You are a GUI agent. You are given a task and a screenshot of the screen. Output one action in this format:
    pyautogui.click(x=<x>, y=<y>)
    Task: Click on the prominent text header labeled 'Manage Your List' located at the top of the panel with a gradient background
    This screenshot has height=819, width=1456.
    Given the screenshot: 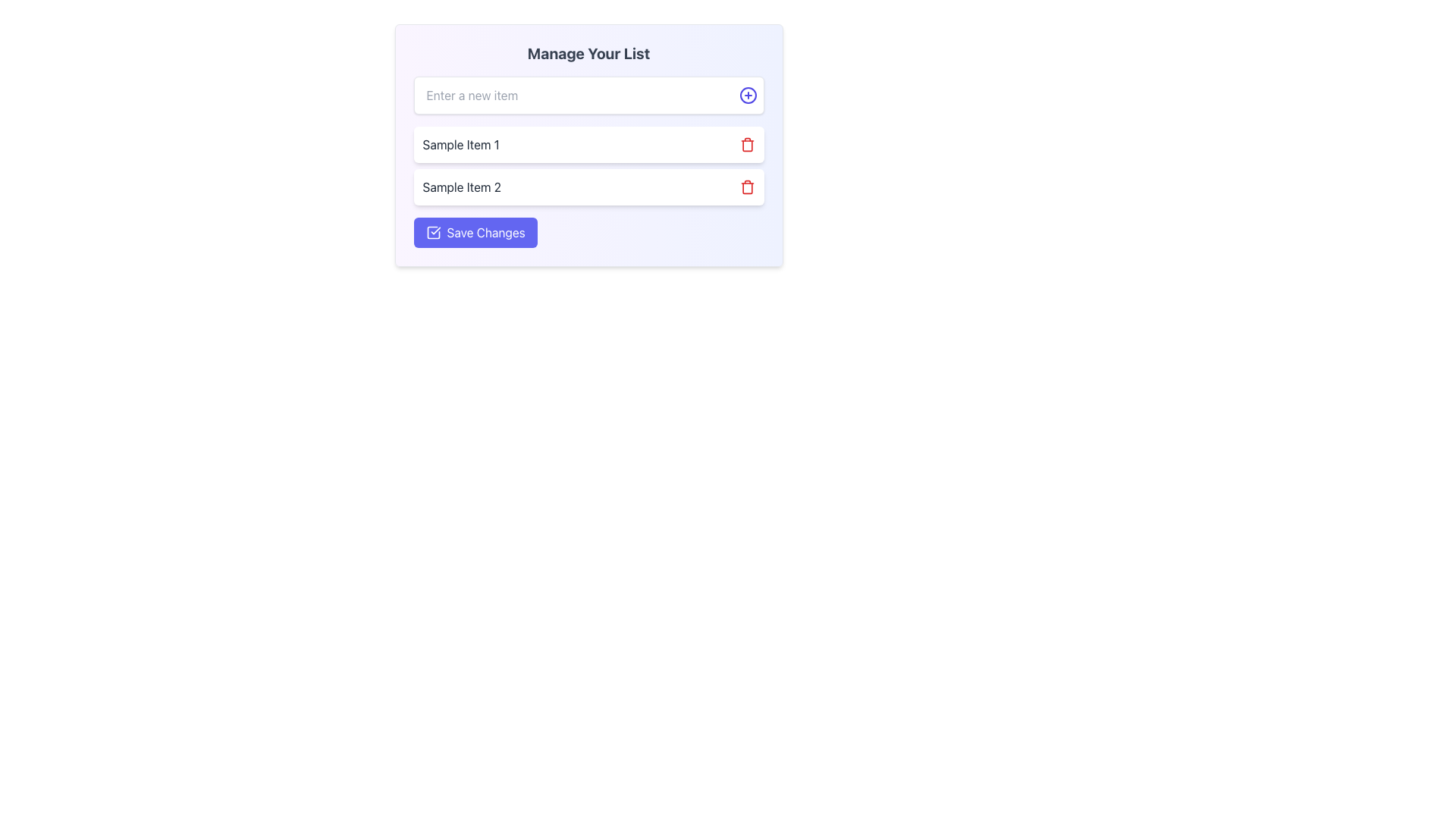 What is the action you would take?
    pyautogui.click(x=588, y=52)
    